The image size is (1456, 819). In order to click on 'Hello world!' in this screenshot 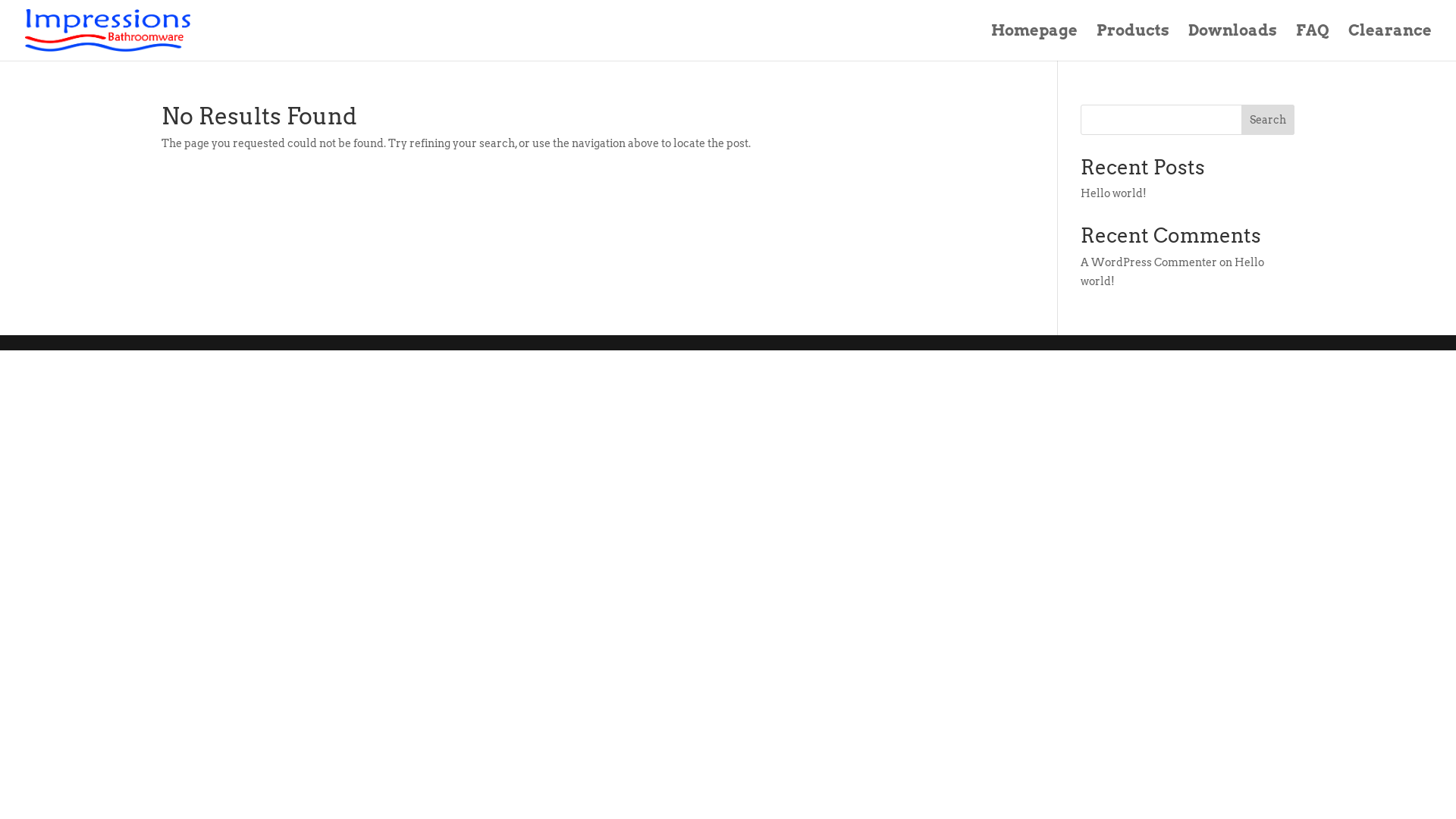, I will do `click(1113, 192)`.